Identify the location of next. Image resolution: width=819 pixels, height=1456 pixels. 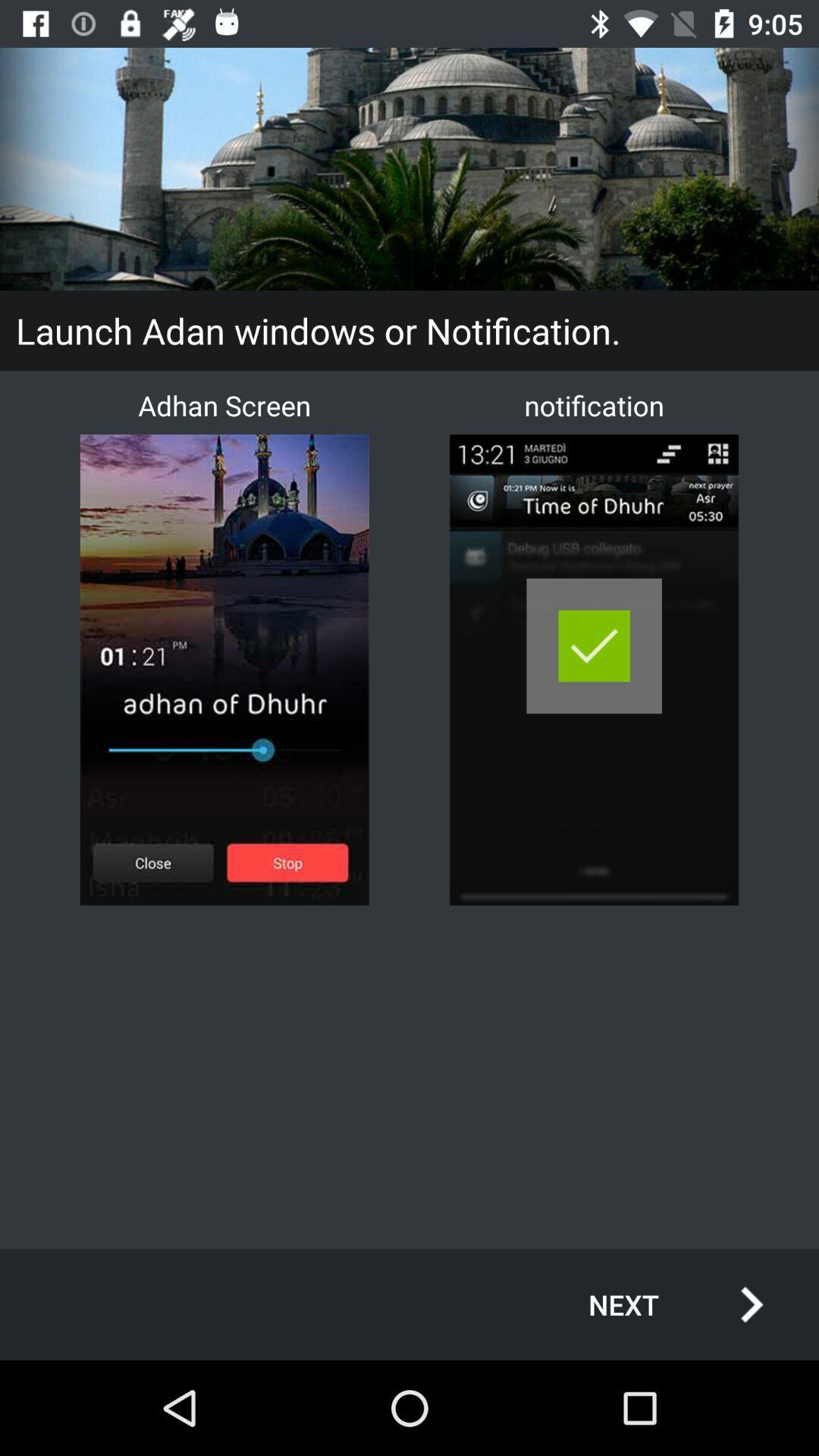
(659, 1304).